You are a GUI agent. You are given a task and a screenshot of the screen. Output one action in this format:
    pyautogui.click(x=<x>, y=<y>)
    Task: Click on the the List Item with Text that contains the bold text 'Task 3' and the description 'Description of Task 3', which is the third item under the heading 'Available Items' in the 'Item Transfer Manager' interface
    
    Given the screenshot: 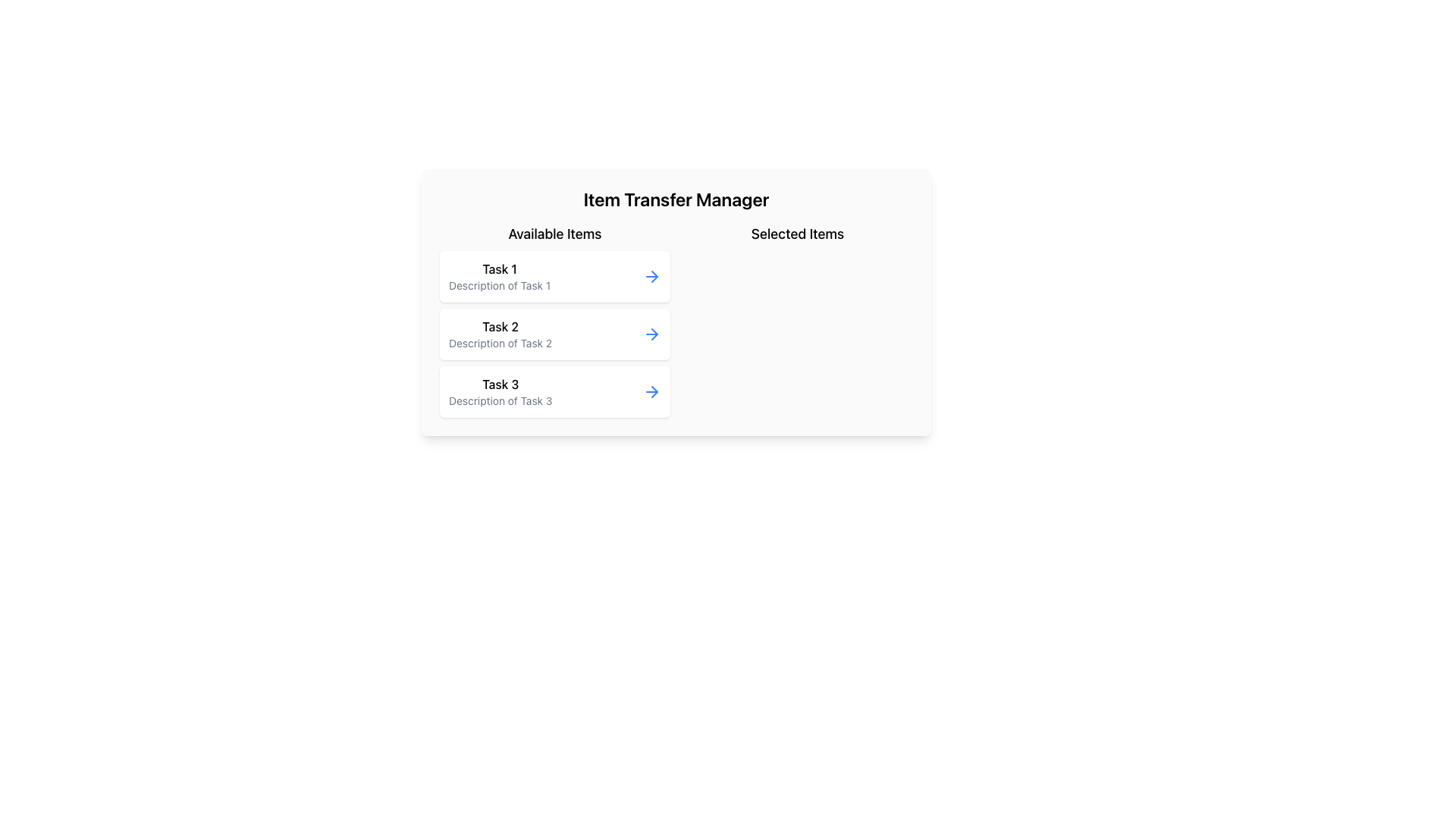 What is the action you would take?
    pyautogui.click(x=500, y=391)
    